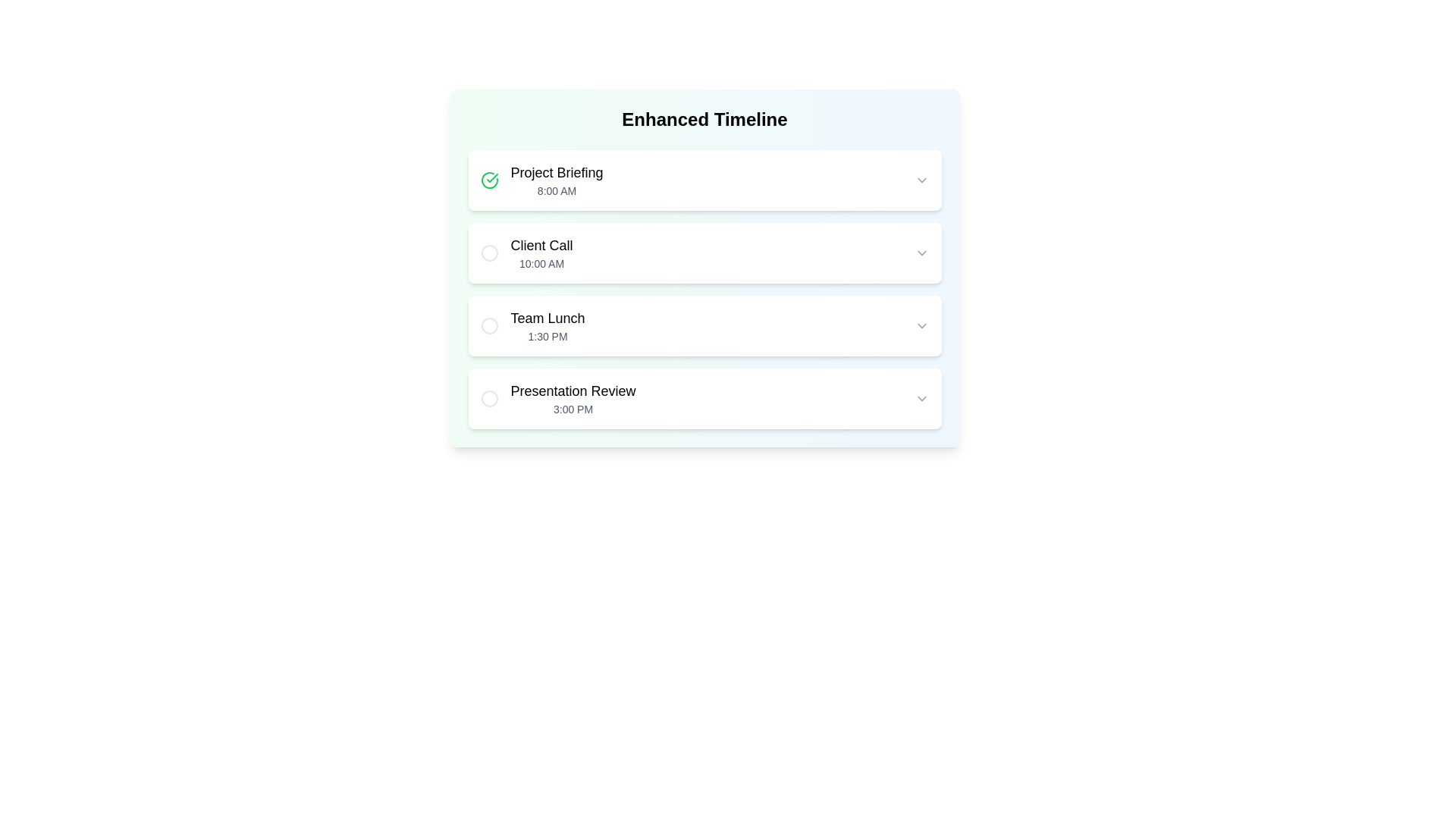 The height and width of the screenshot is (819, 1456). What do you see at coordinates (489, 397) in the screenshot?
I see `the decorative Circle within the SVG graphic that indicates completion status in the timeline interface, located in the fourth row with 'Presentation Review' and '3:00 PM'` at bounding box center [489, 397].